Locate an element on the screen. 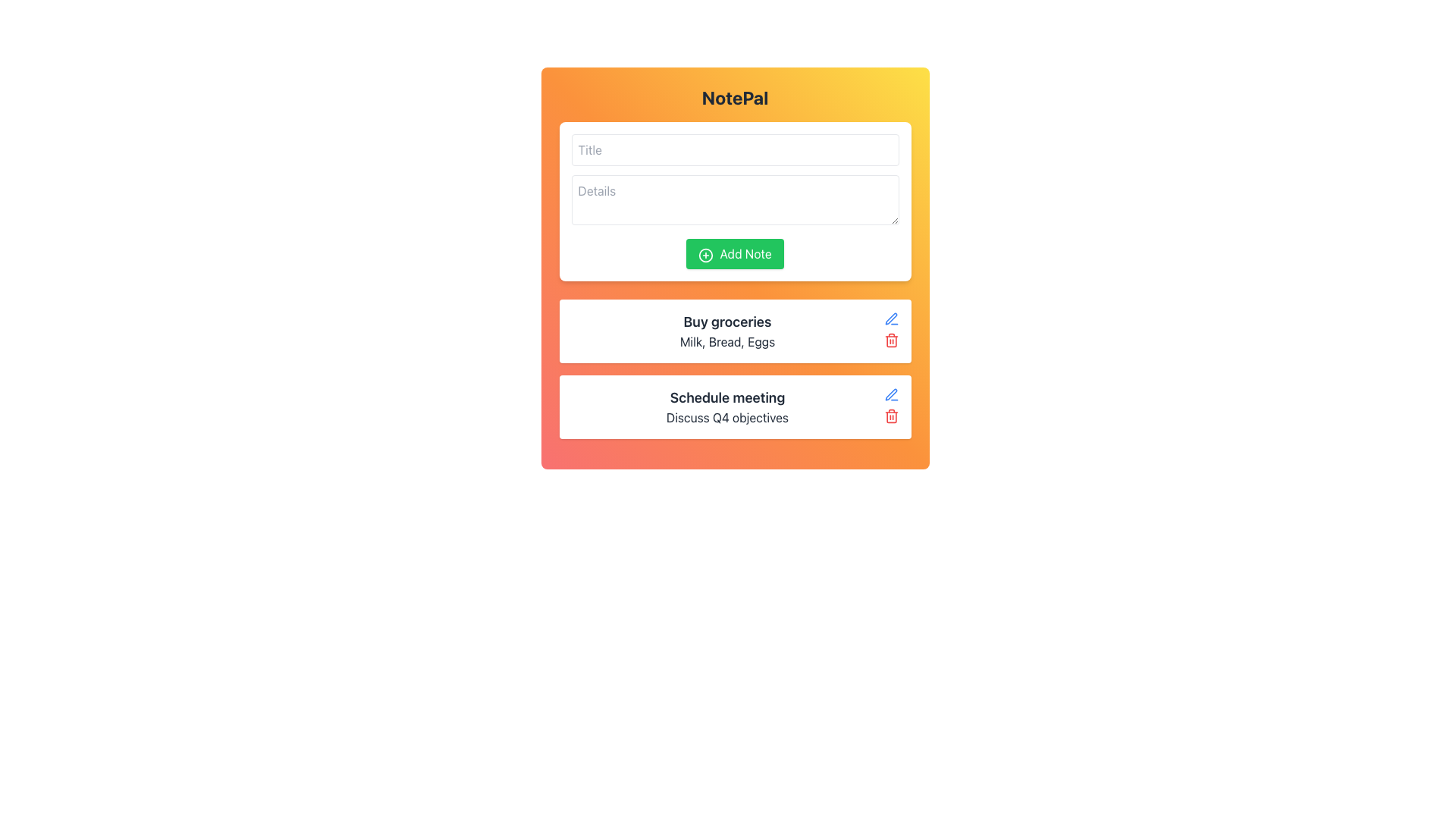 Image resolution: width=1456 pixels, height=819 pixels. the text element displaying 'Discuss Q4 objectives', which is centrally aligned below the 'Schedule meeting' title is located at coordinates (726, 418).